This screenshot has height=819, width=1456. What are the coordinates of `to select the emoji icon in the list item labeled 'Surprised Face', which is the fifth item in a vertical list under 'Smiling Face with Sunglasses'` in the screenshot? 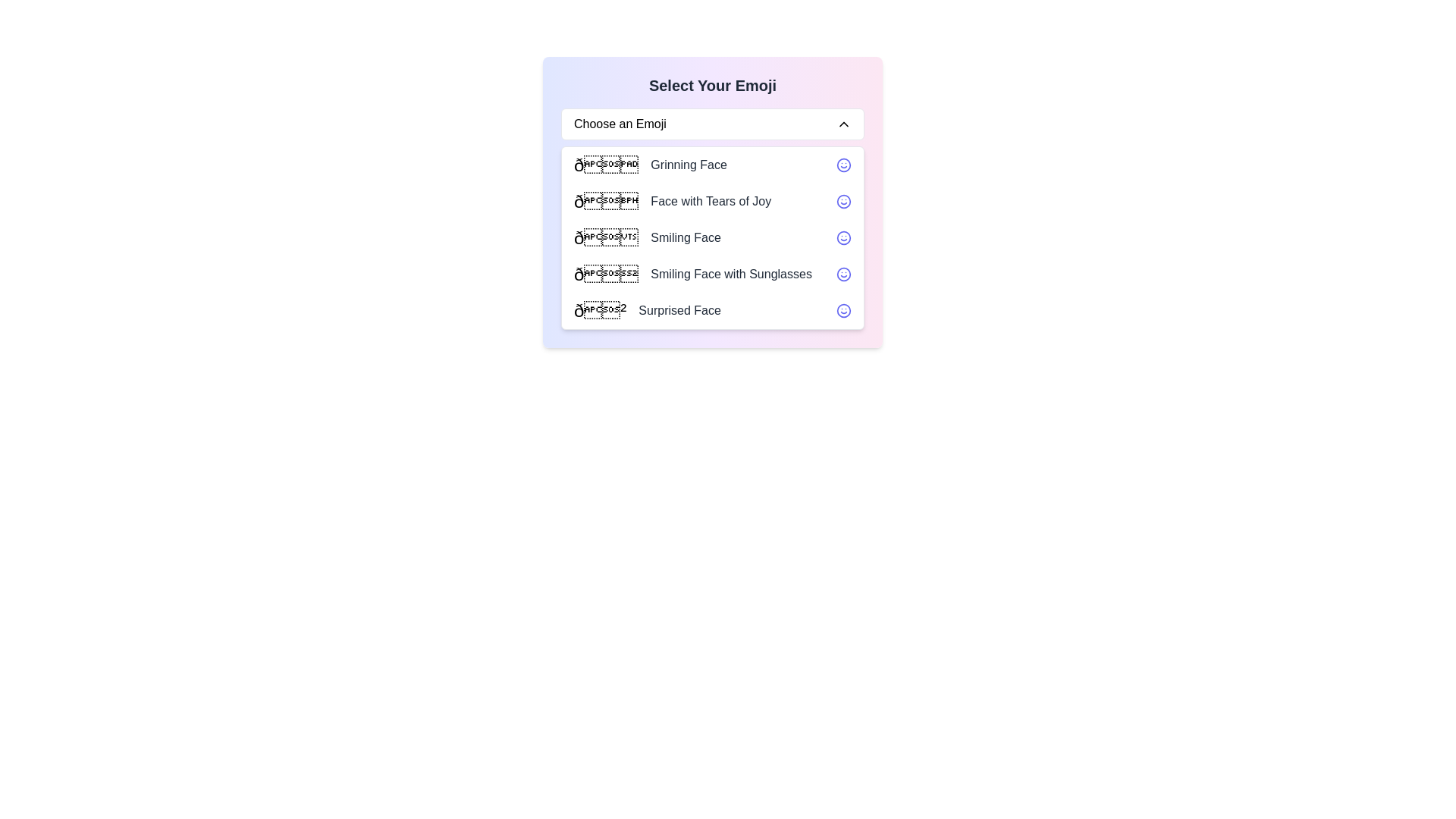 It's located at (647, 309).